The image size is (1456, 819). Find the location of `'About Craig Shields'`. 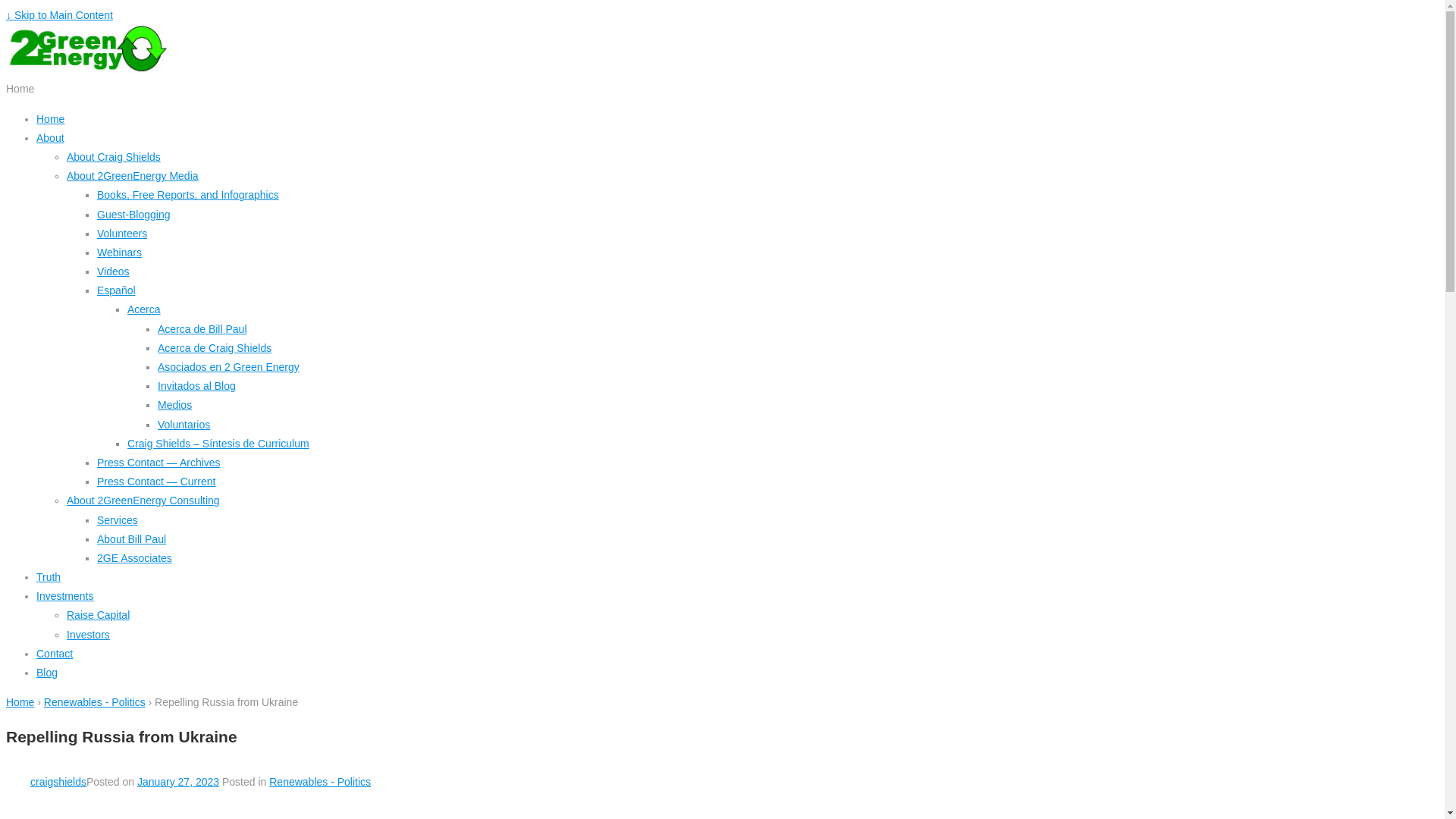

'About Craig Shields' is located at coordinates (112, 157).